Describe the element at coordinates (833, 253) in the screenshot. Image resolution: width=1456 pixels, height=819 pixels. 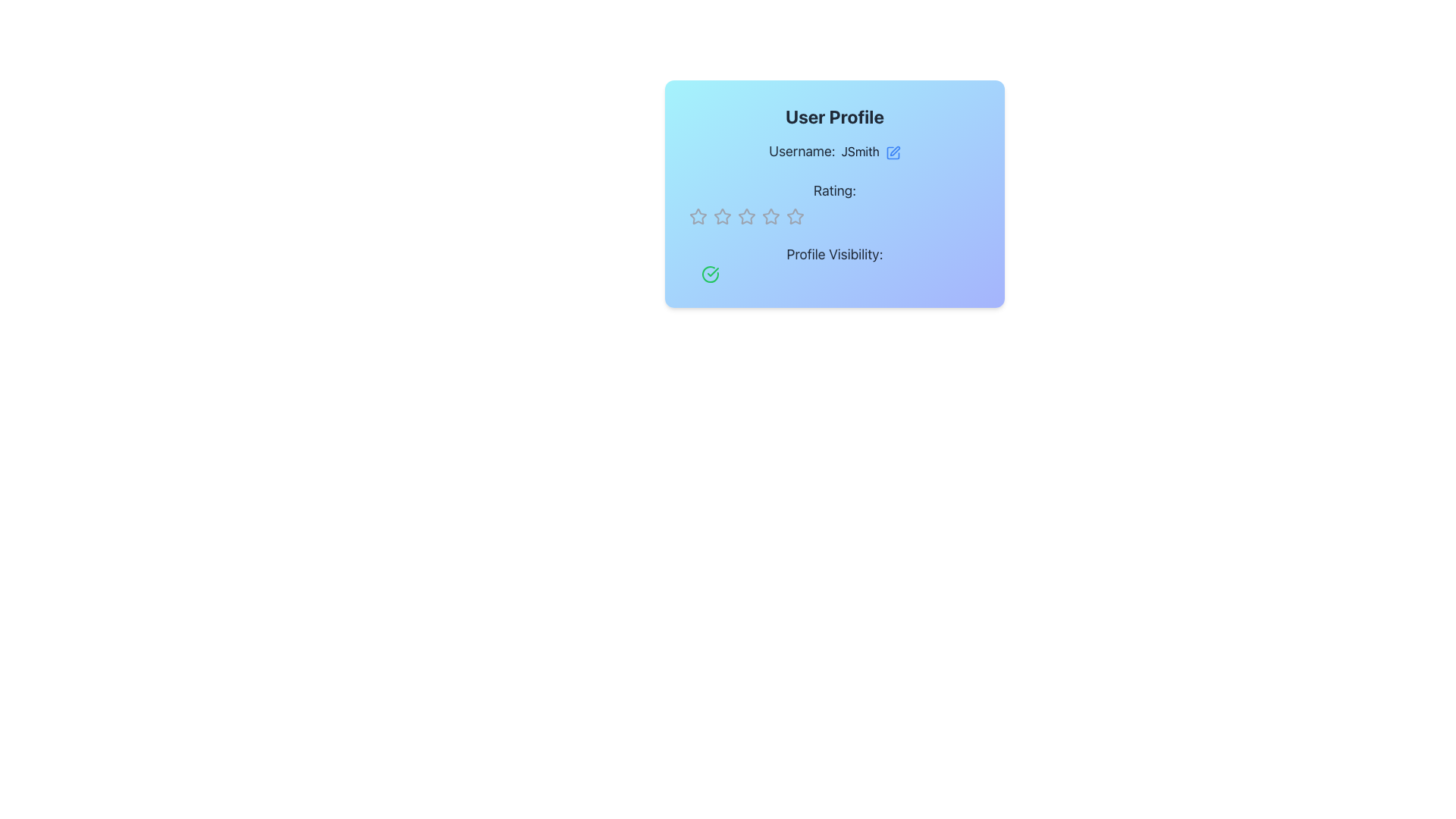
I see `the Text Label indicating profile visibility settings located beneath the 'Rating' row in the 'User Profile' card` at that location.